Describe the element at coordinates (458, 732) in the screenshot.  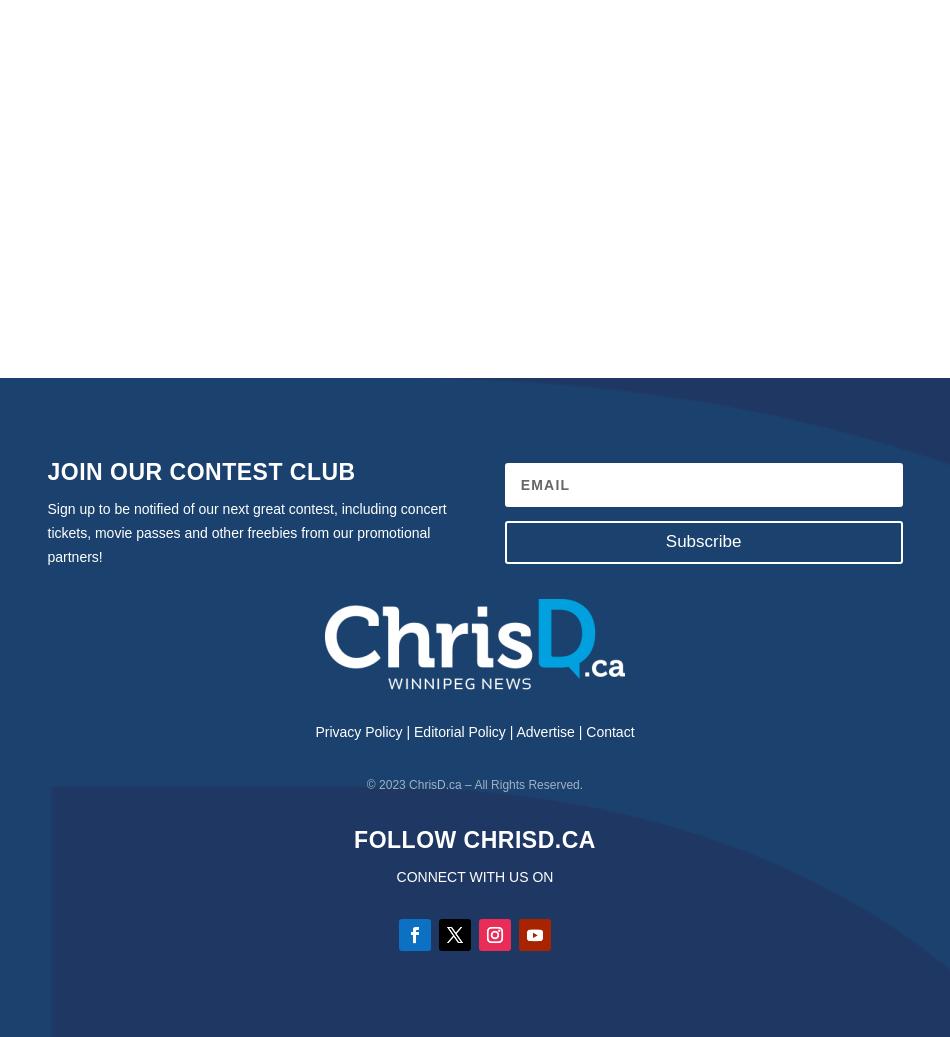
I see `'Editorial Policy'` at that location.